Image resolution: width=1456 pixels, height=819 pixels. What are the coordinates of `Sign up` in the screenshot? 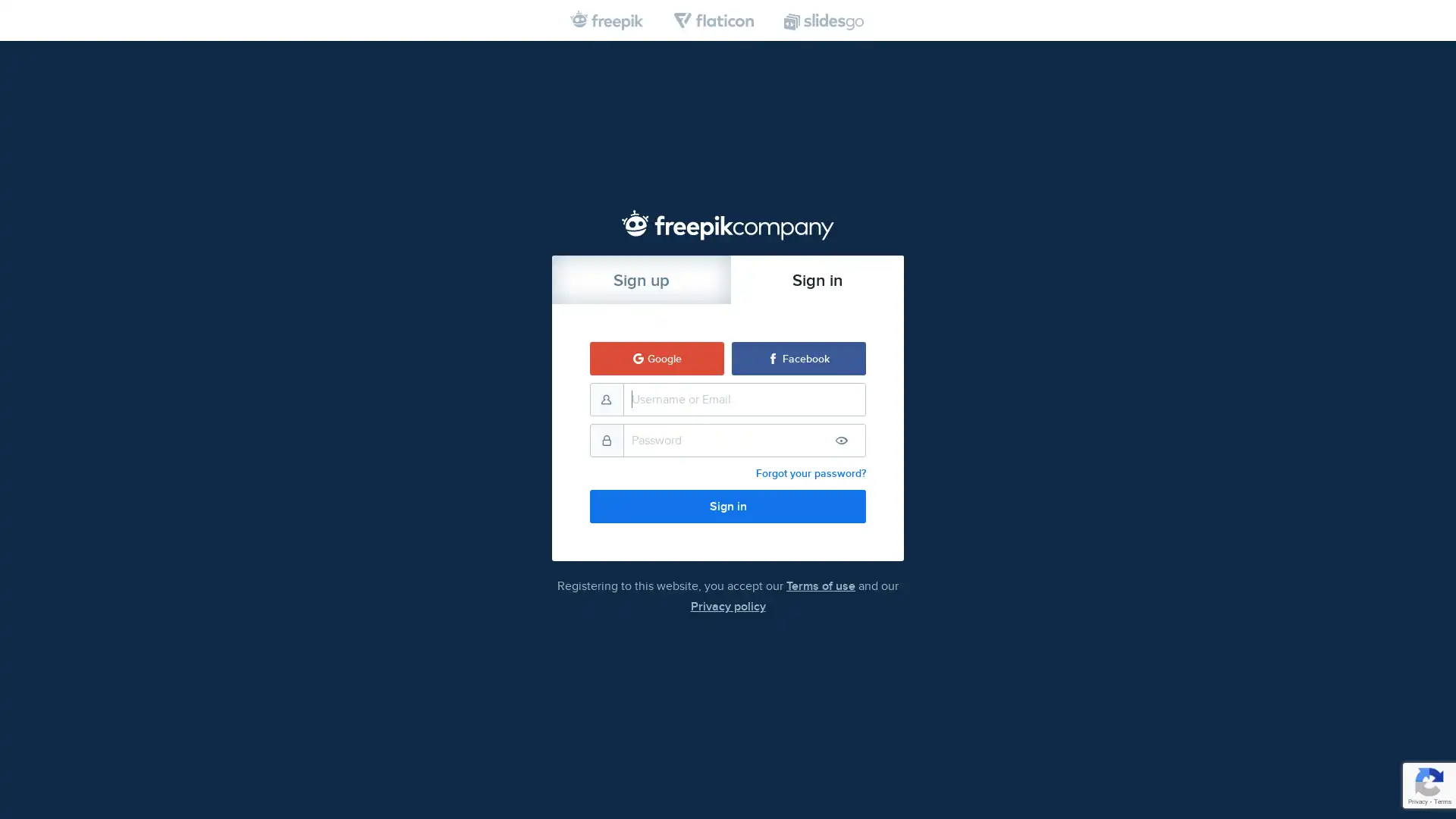 It's located at (641, 278).